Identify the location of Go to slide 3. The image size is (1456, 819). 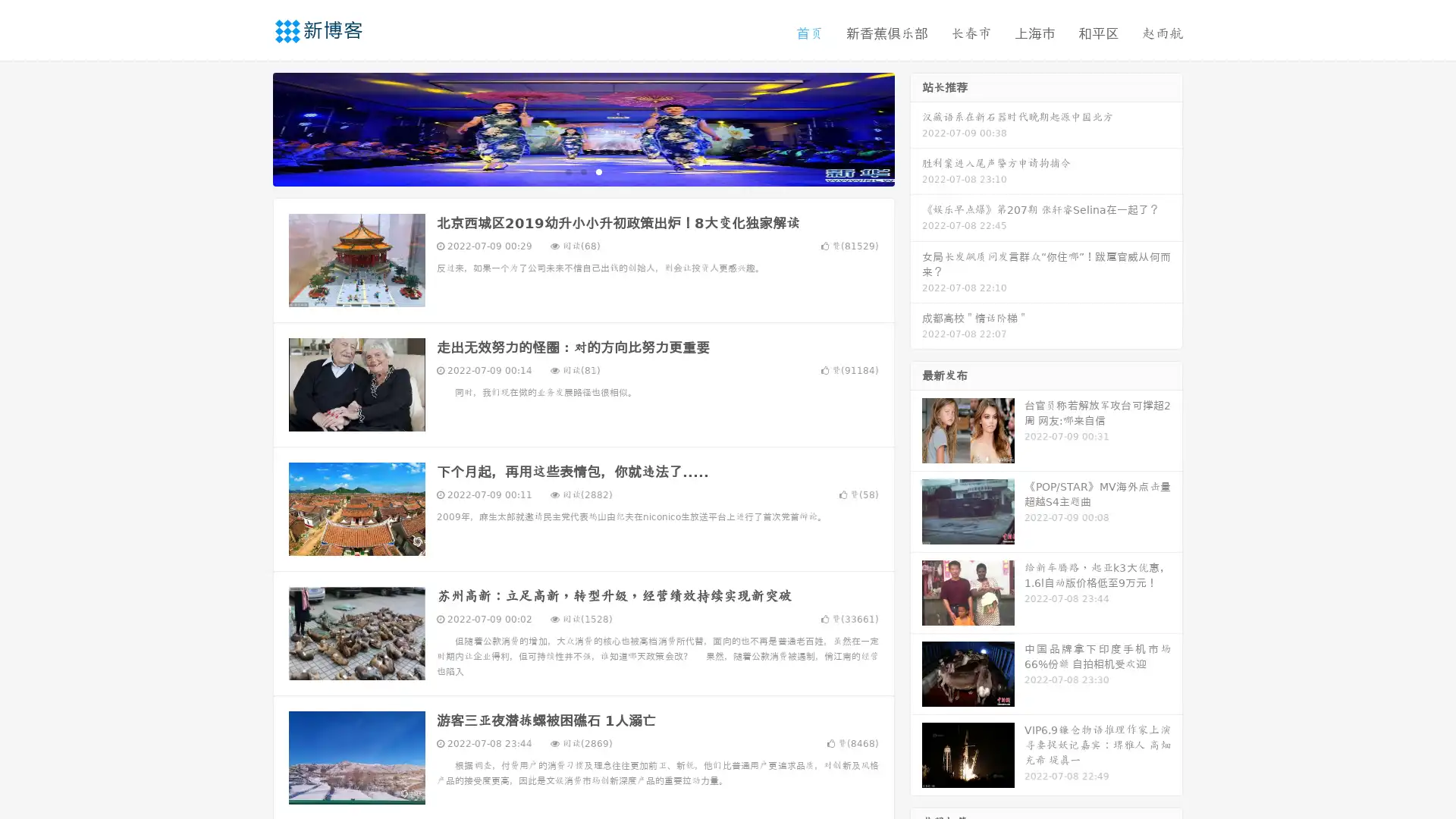
(598, 171).